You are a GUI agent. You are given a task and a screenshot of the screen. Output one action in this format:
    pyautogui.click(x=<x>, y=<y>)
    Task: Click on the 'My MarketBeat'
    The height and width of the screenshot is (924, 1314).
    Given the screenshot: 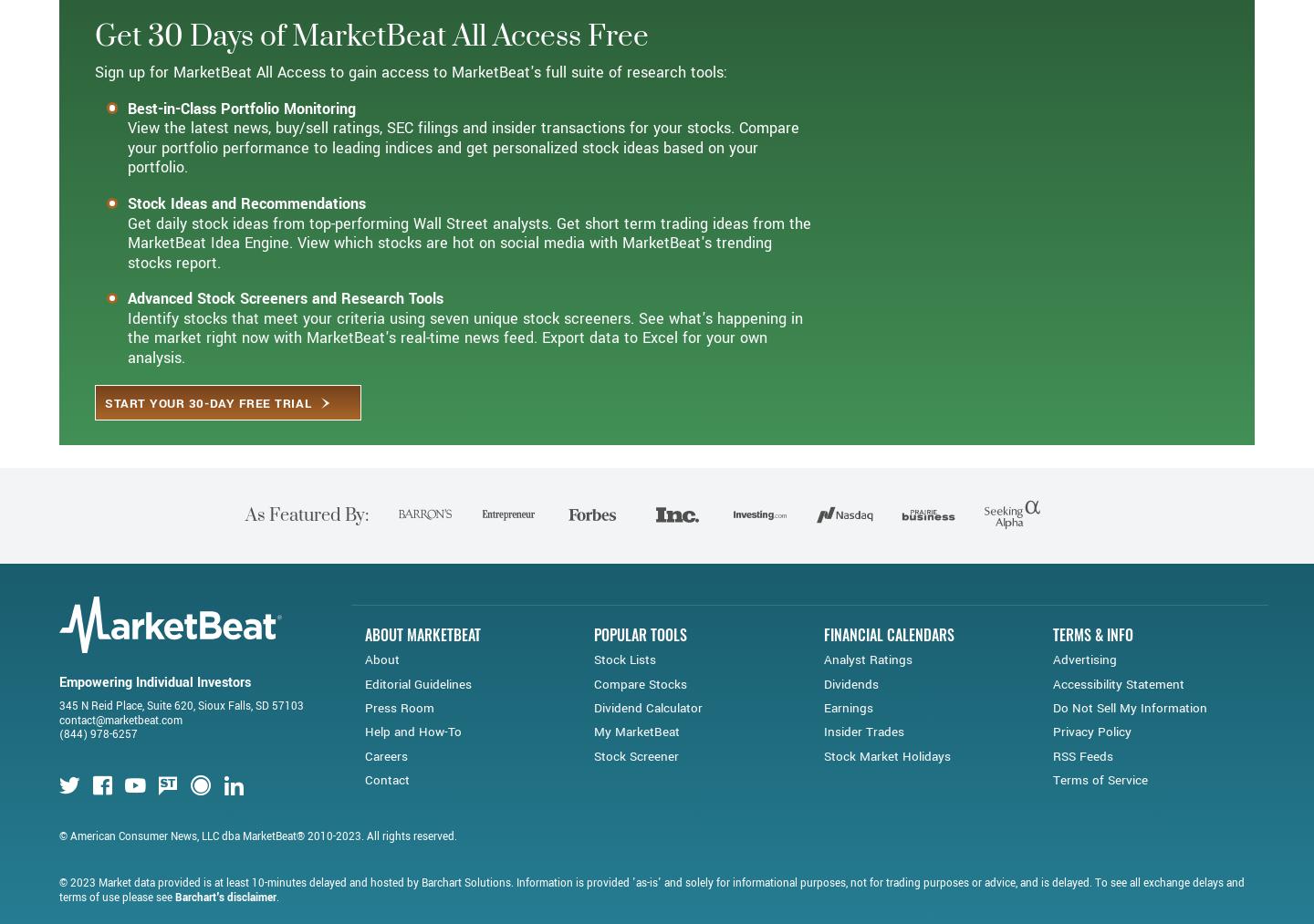 What is the action you would take?
    pyautogui.click(x=636, y=796)
    